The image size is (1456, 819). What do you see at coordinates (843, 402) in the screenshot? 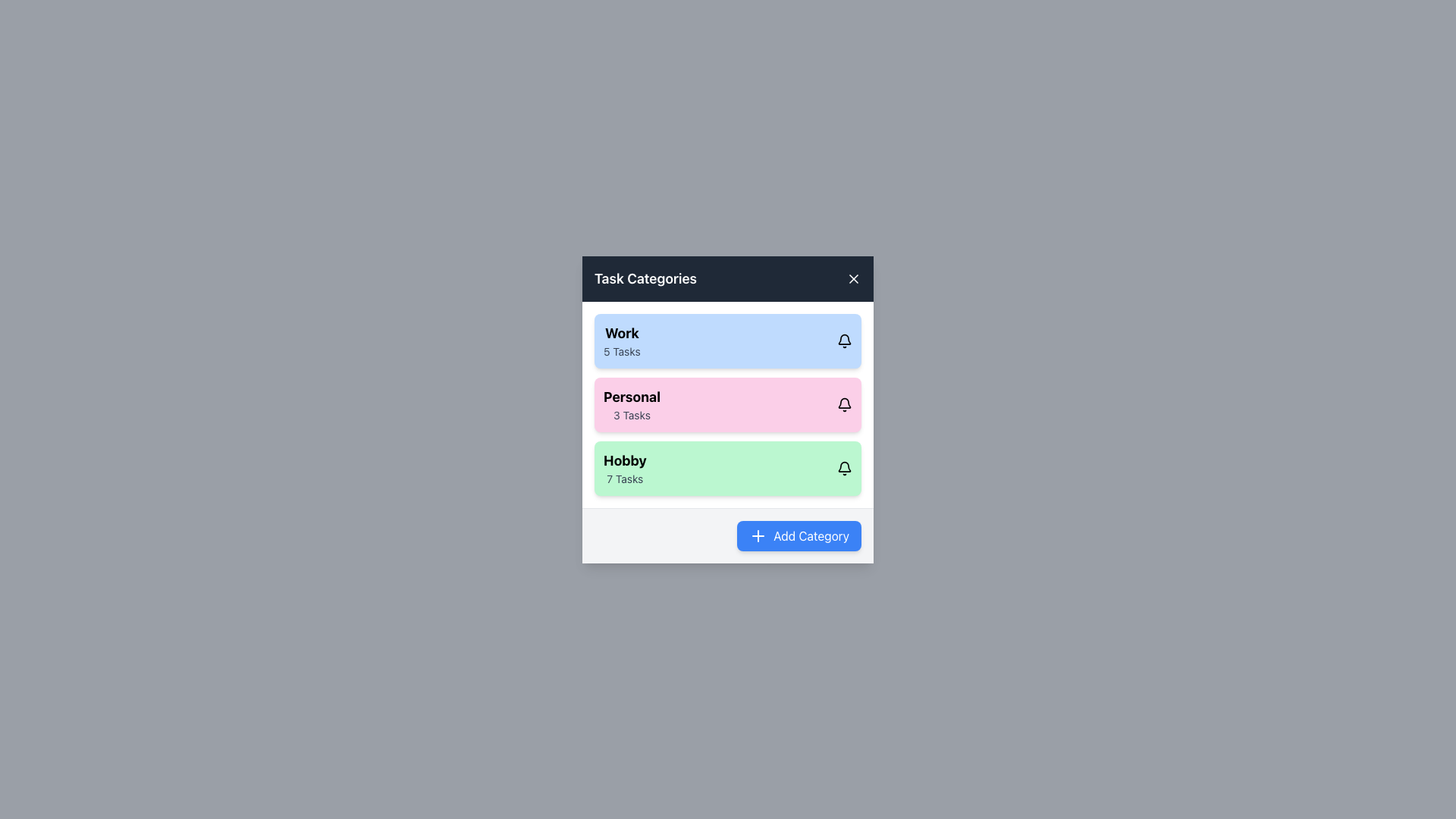
I see `the pink-colored notification icon associated with the 'Personal' task category, which is positioned below the blue 'Work' icon and above the green 'Hobby' icon` at bounding box center [843, 402].